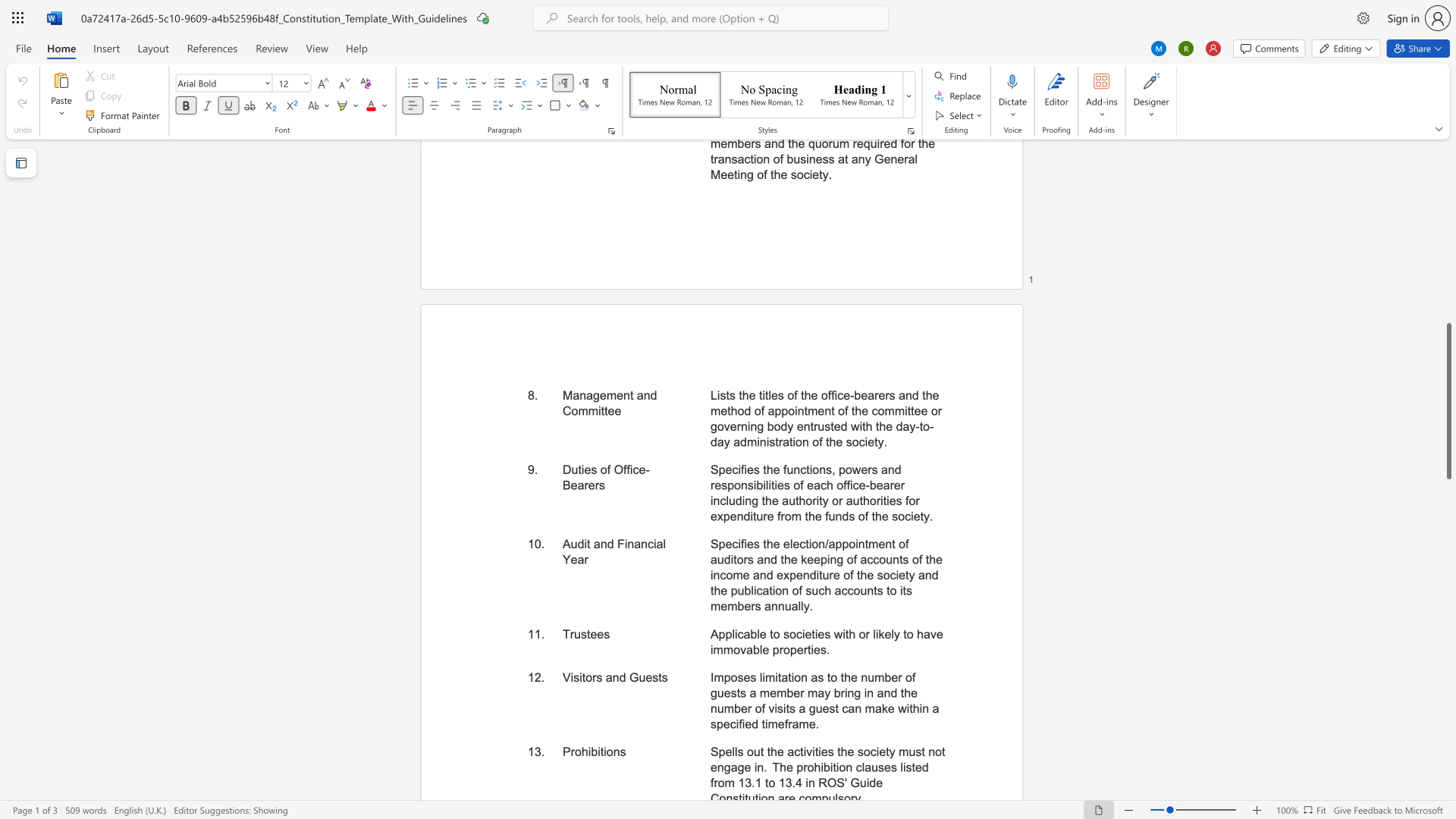 This screenshot has height=819, width=1456. Describe the element at coordinates (833, 634) in the screenshot. I see `the subset text "with or likely to have immova" within the text "Applicable to societies with or likely to have immovable properties."` at that location.